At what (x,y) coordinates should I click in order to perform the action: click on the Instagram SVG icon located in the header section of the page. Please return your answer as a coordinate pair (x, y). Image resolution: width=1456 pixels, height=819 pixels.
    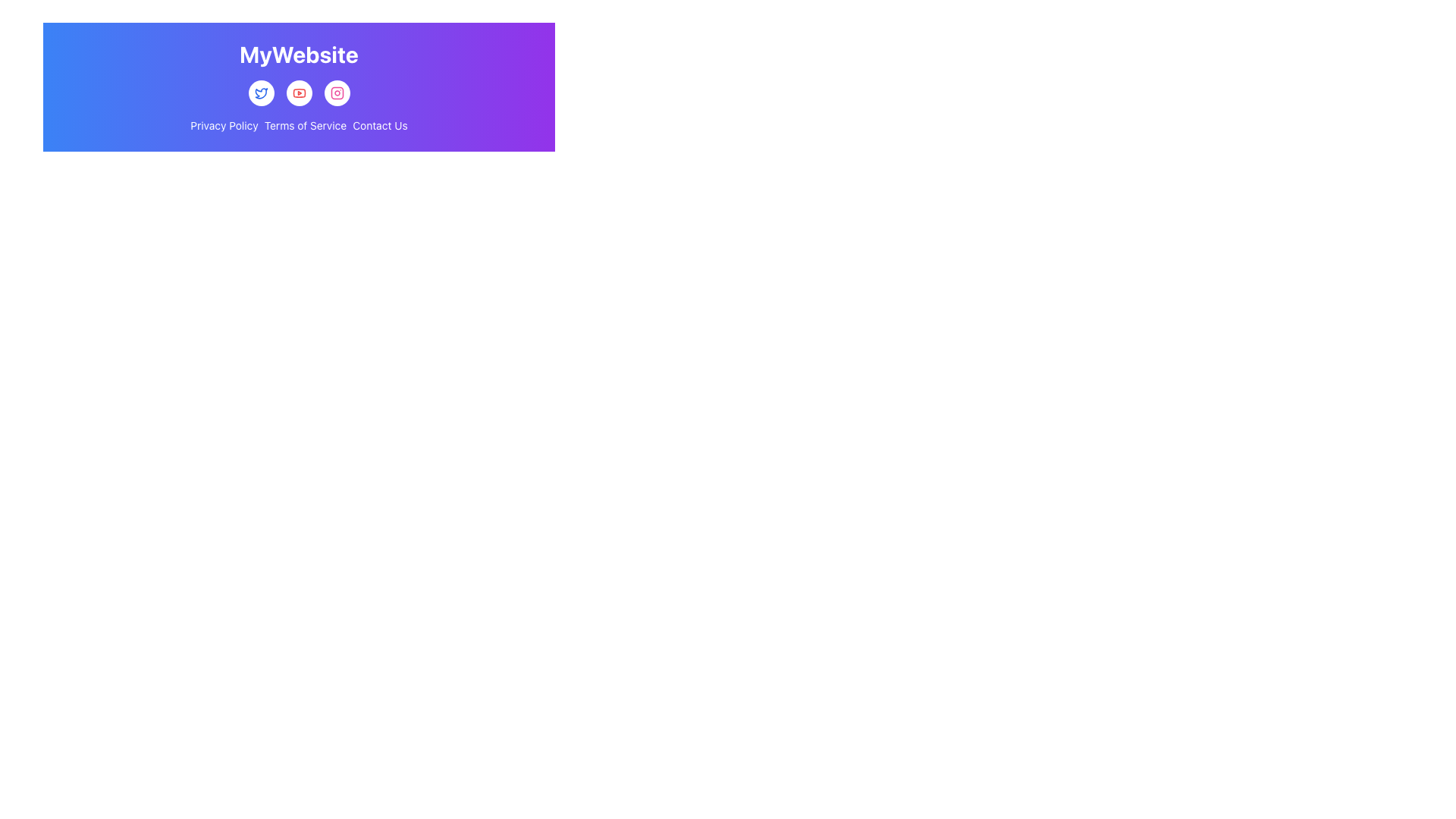
    Looking at the image, I should click on (336, 93).